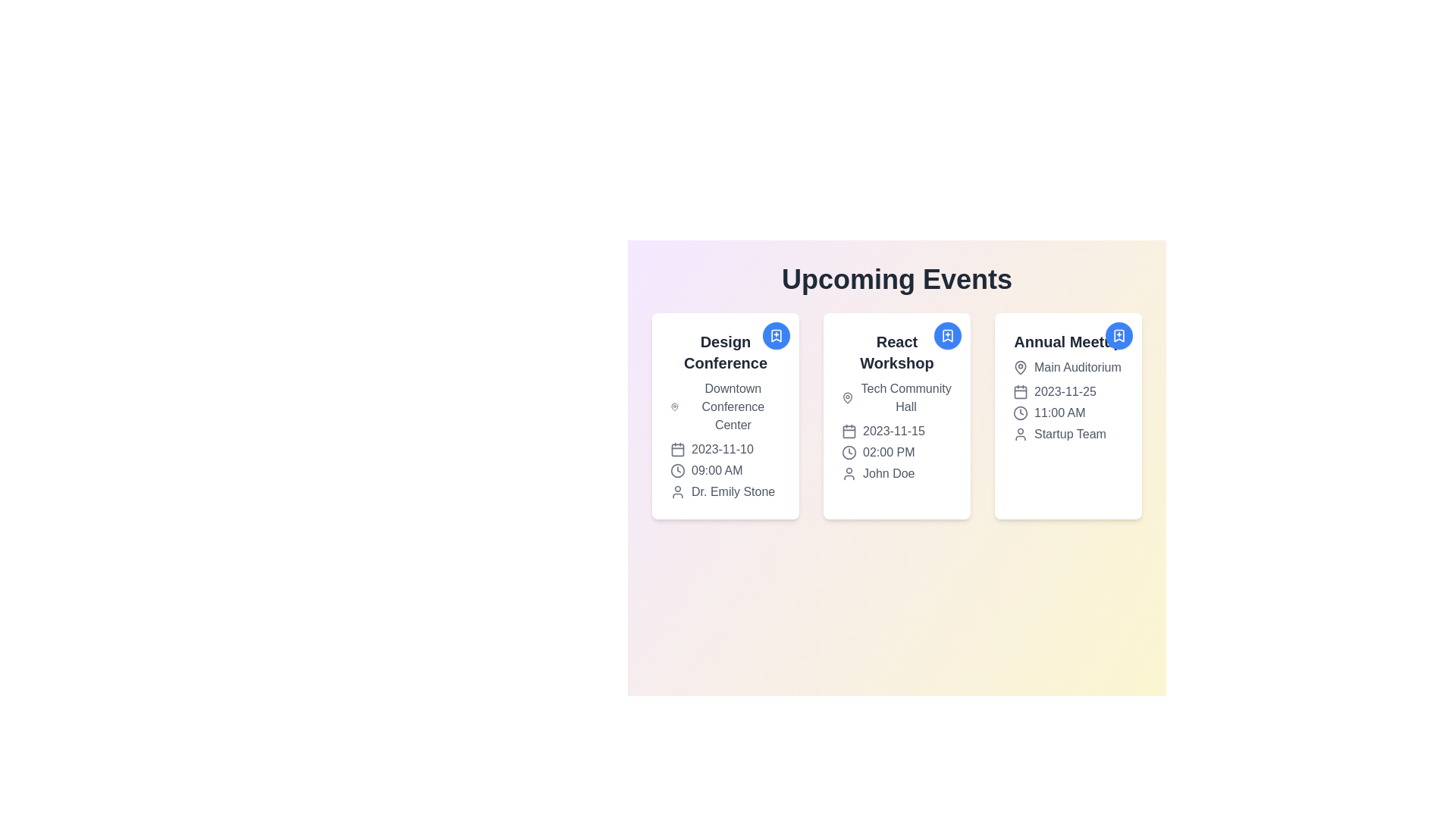 The width and height of the screenshot is (1456, 819). Describe the element at coordinates (1068, 368) in the screenshot. I see `text label 'Main Auditorium' with a gray map pin icon, located within the 'Annual Meetup' card, positioned below the title and above the date information` at that location.